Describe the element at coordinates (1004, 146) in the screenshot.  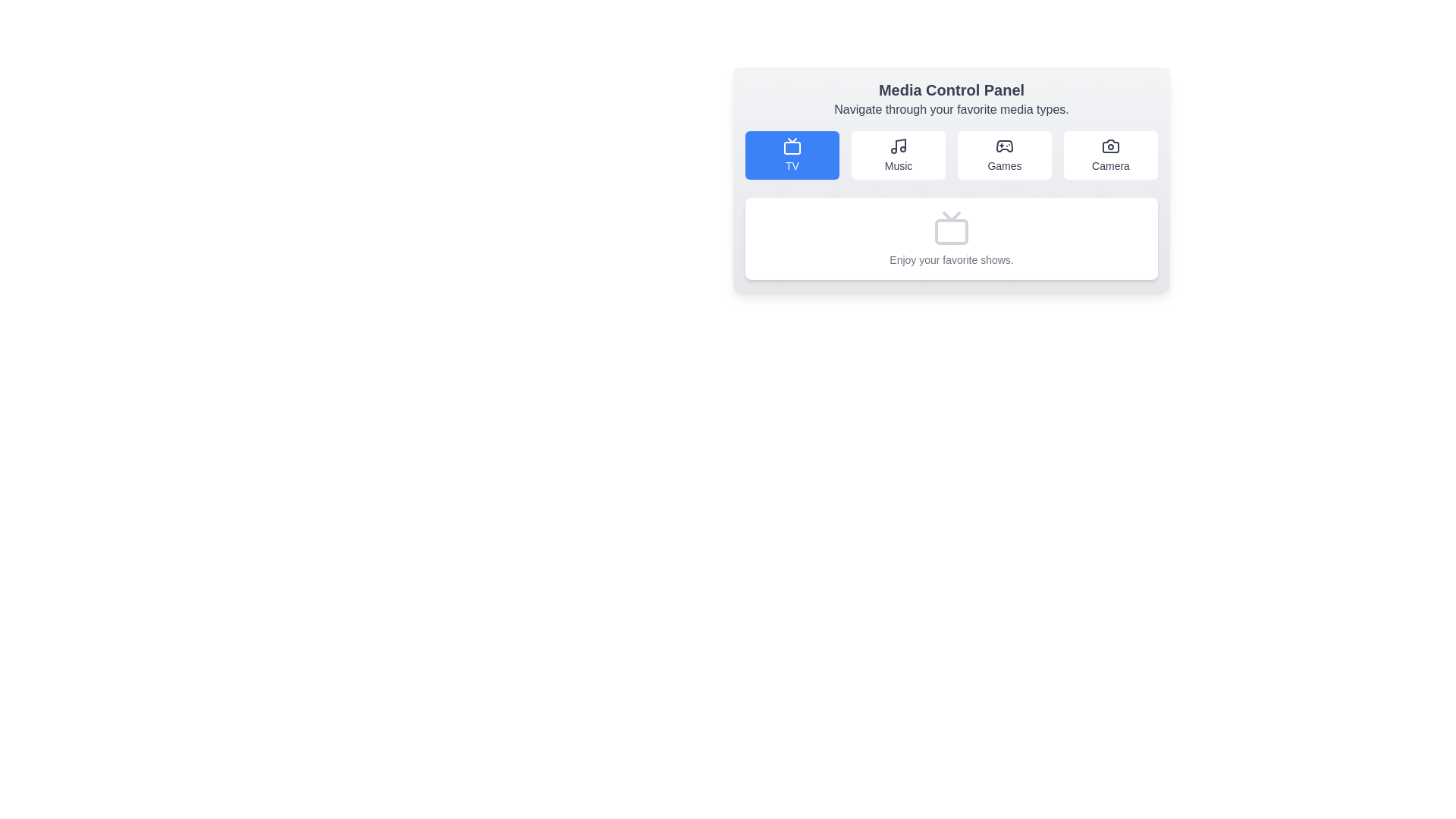
I see `the 'Games' icon button in the media control panel` at that location.